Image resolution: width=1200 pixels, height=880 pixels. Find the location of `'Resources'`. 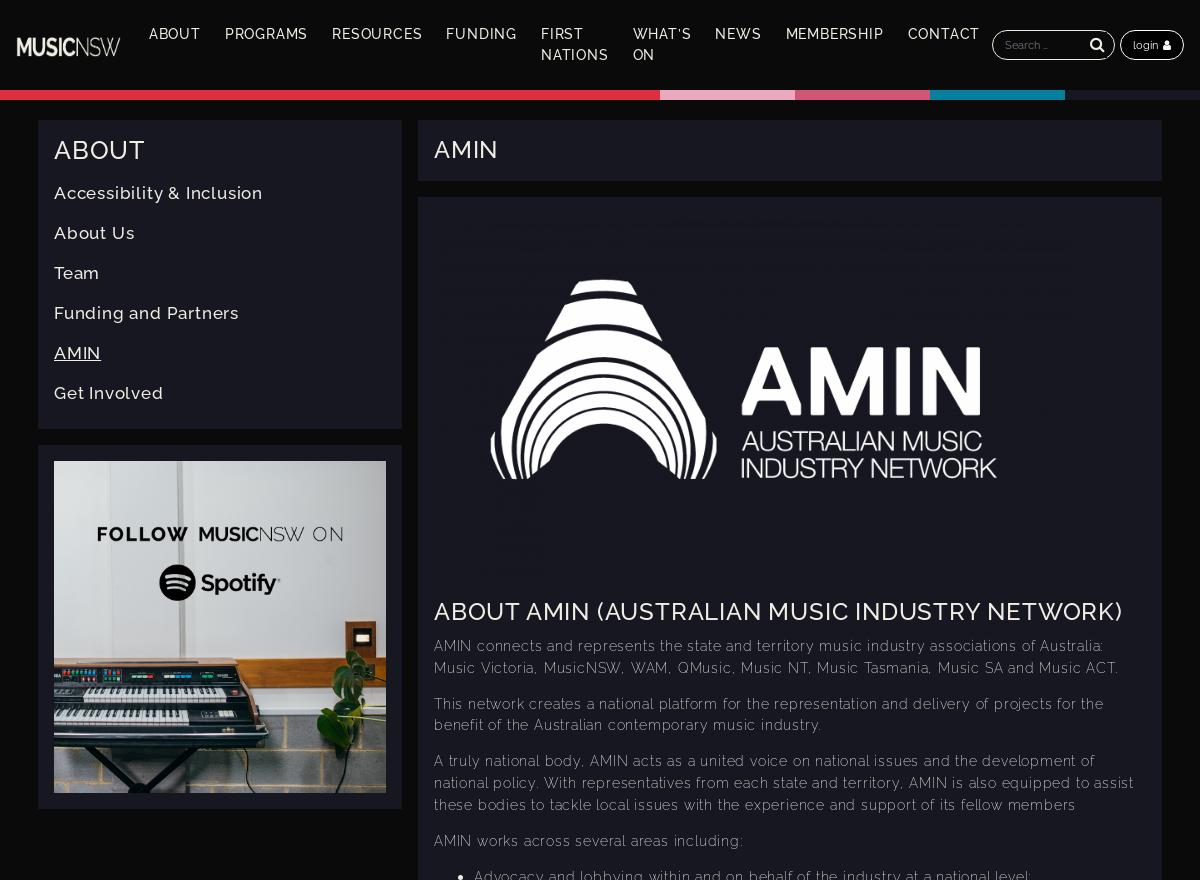

'Resources' is located at coordinates (377, 32).